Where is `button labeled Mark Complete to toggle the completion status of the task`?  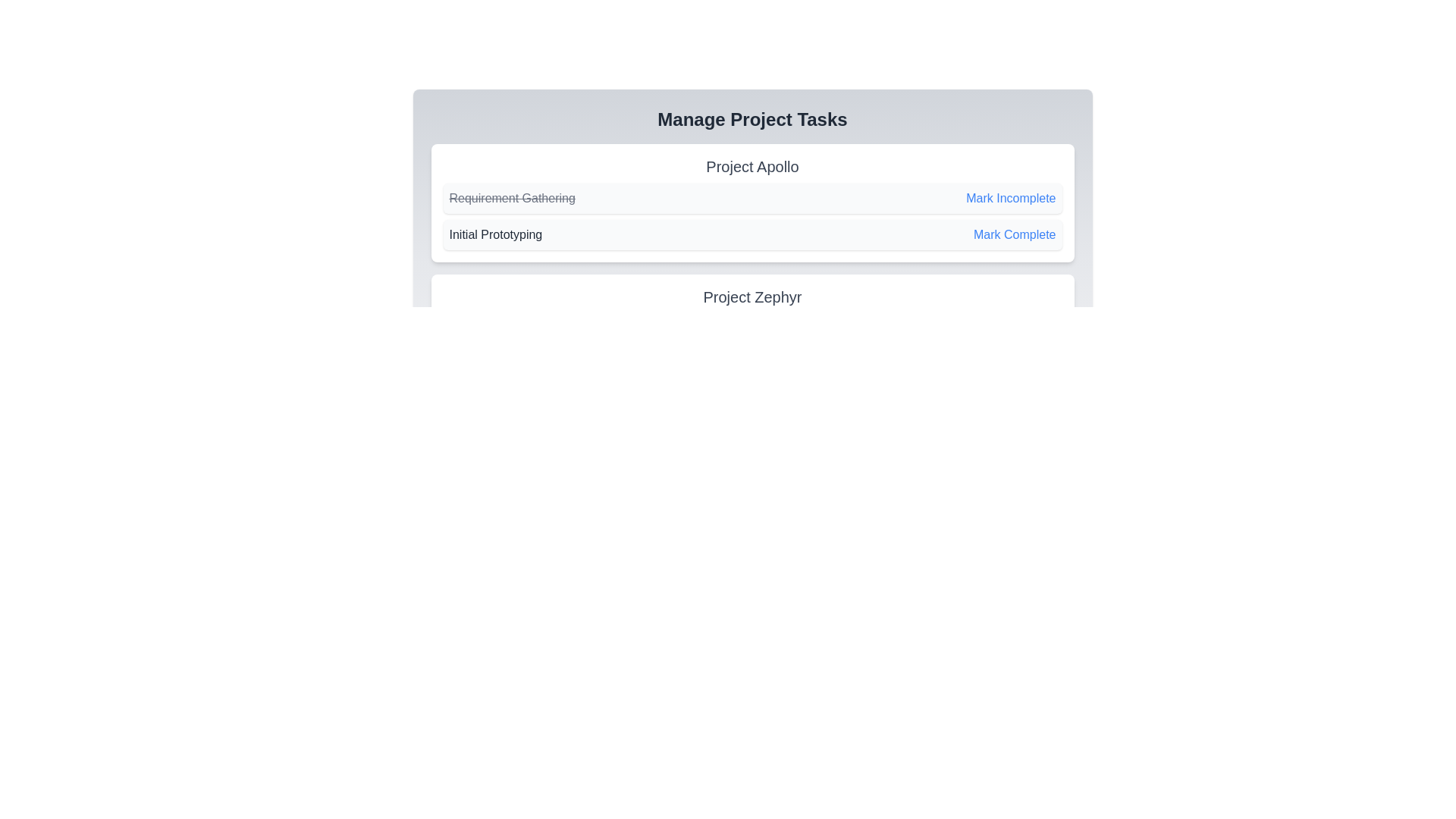
button labeled Mark Complete to toggle the completion status of the task is located at coordinates (1015, 234).